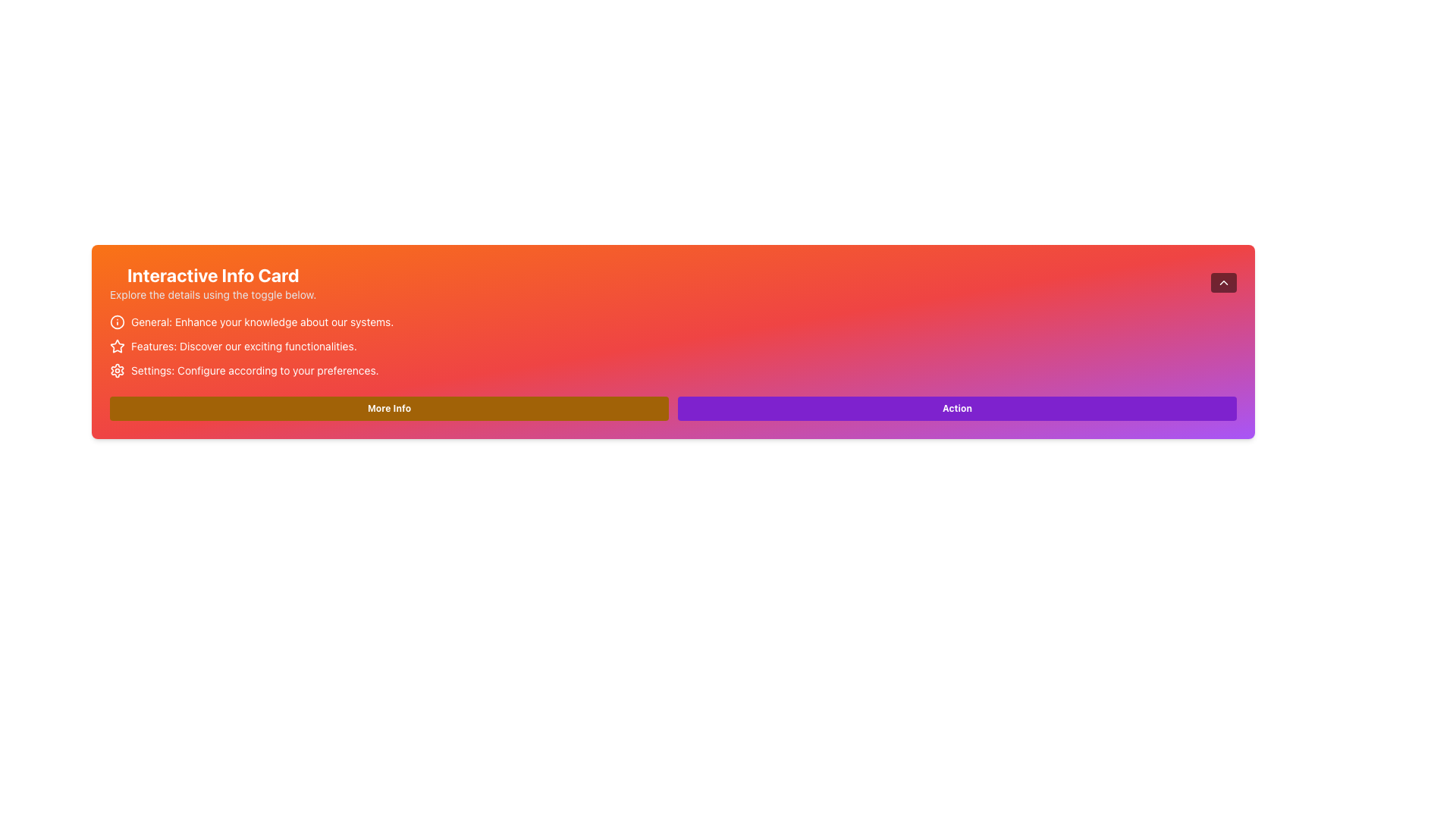 Image resolution: width=1456 pixels, height=819 pixels. What do you see at coordinates (116, 371) in the screenshot?
I see `the gear icon, which is a modern, minimalistic representation of settings` at bounding box center [116, 371].